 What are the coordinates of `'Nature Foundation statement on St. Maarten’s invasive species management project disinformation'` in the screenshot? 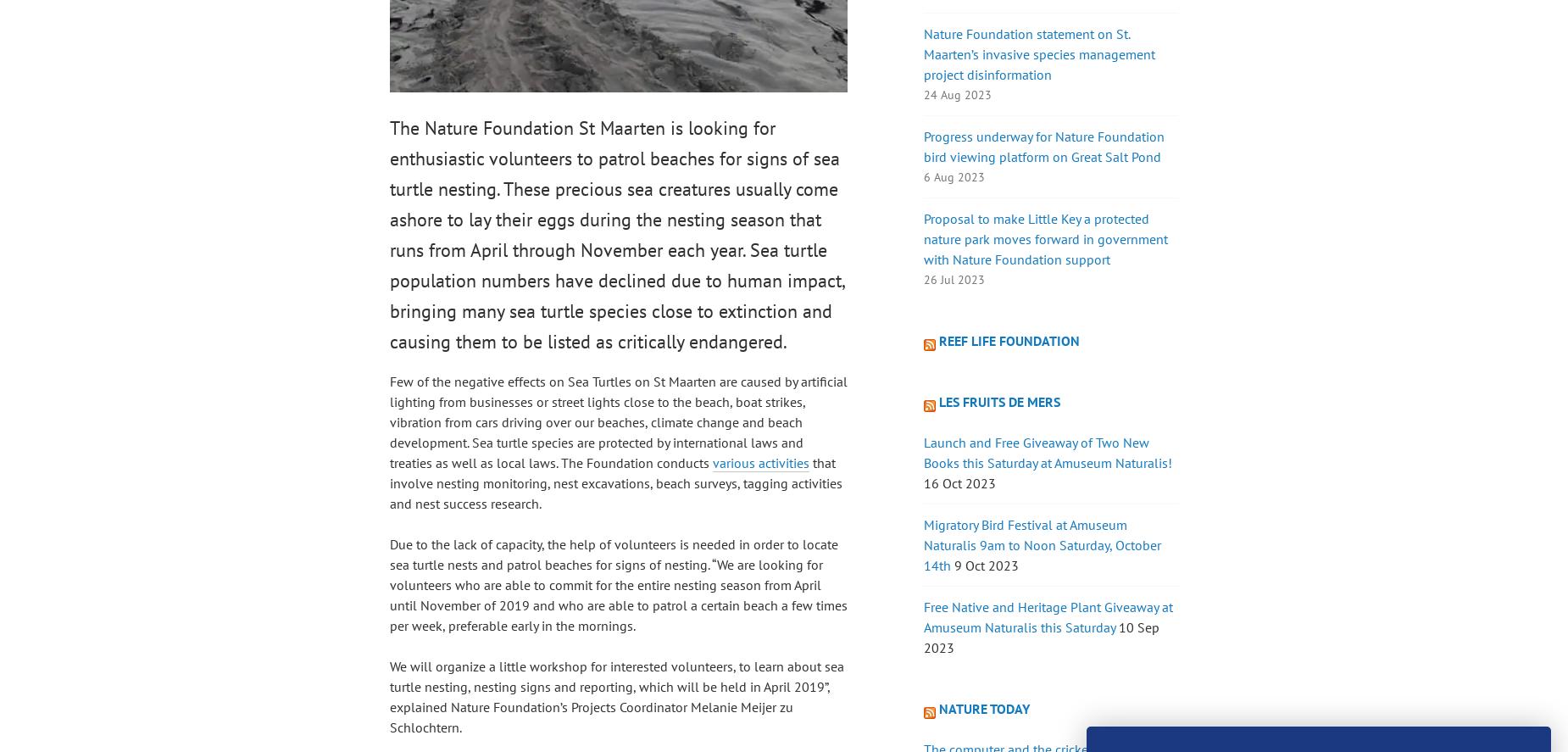 It's located at (1038, 53).